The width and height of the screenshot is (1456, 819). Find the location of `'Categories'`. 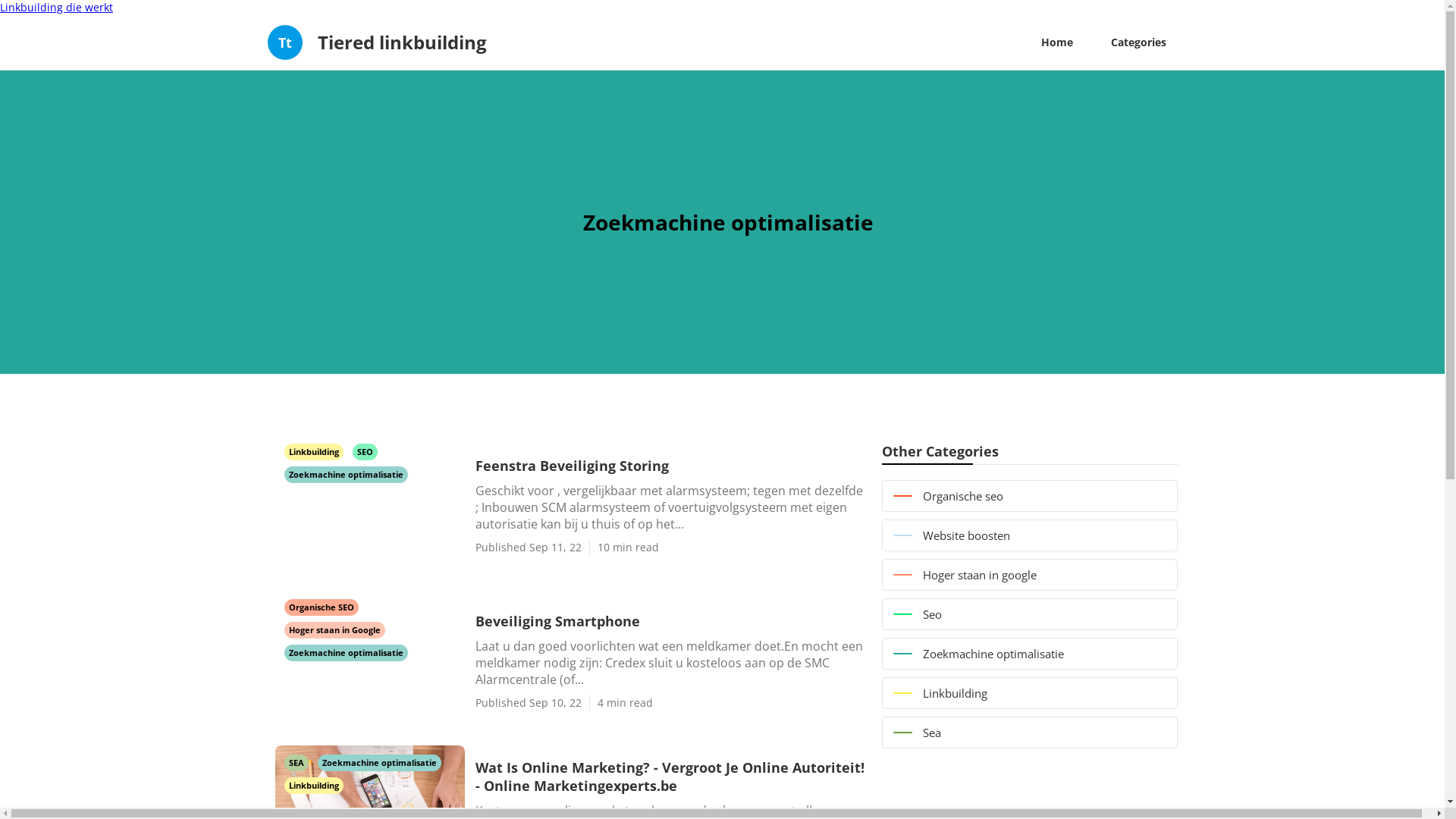

'Categories' is located at coordinates (1138, 42).